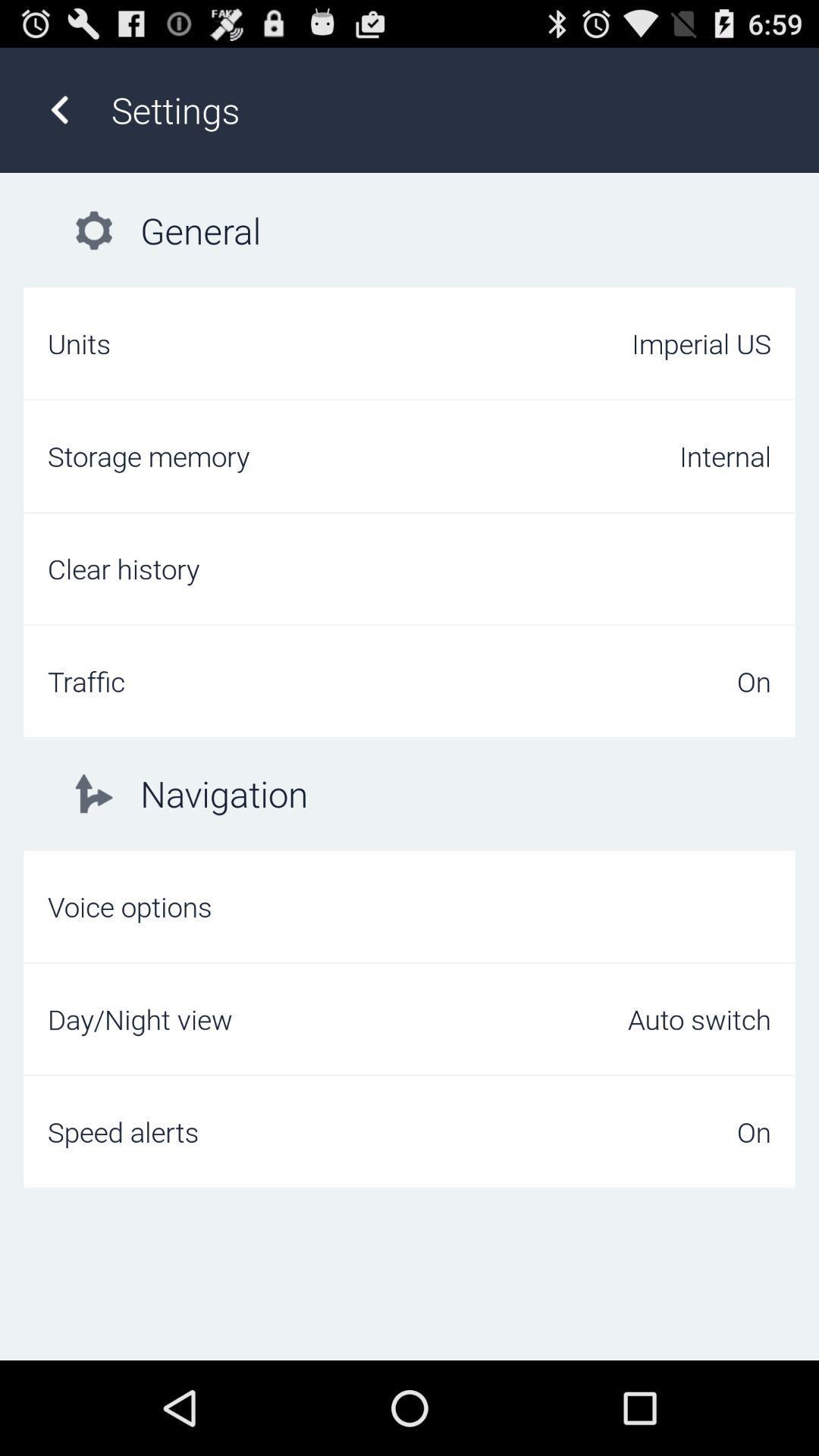 The image size is (819, 1456). Describe the element at coordinates (58, 117) in the screenshot. I see `the arrow_backward icon` at that location.